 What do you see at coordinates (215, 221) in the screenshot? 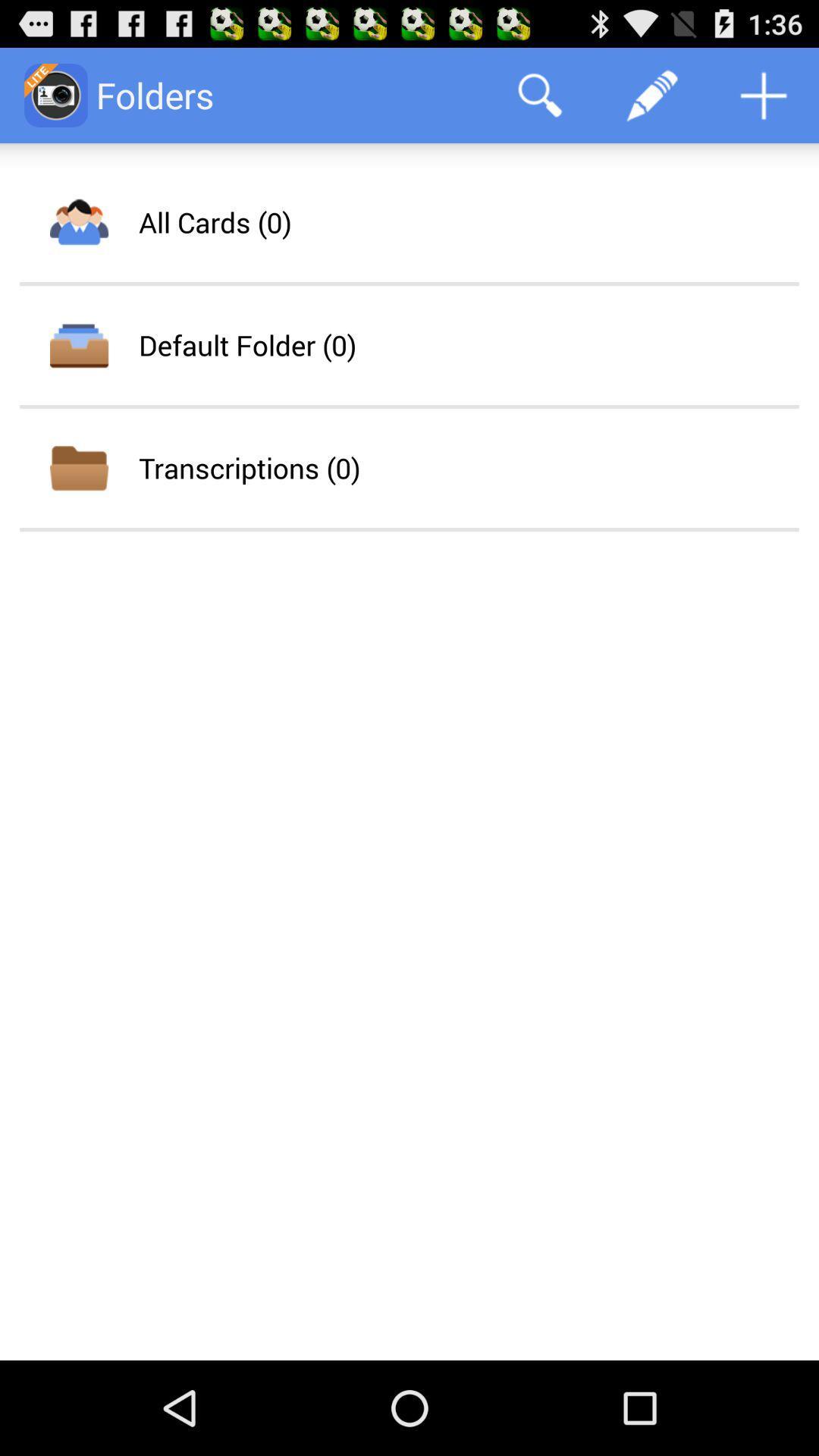
I see `all cards (0) app` at bounding box center [215, 221].